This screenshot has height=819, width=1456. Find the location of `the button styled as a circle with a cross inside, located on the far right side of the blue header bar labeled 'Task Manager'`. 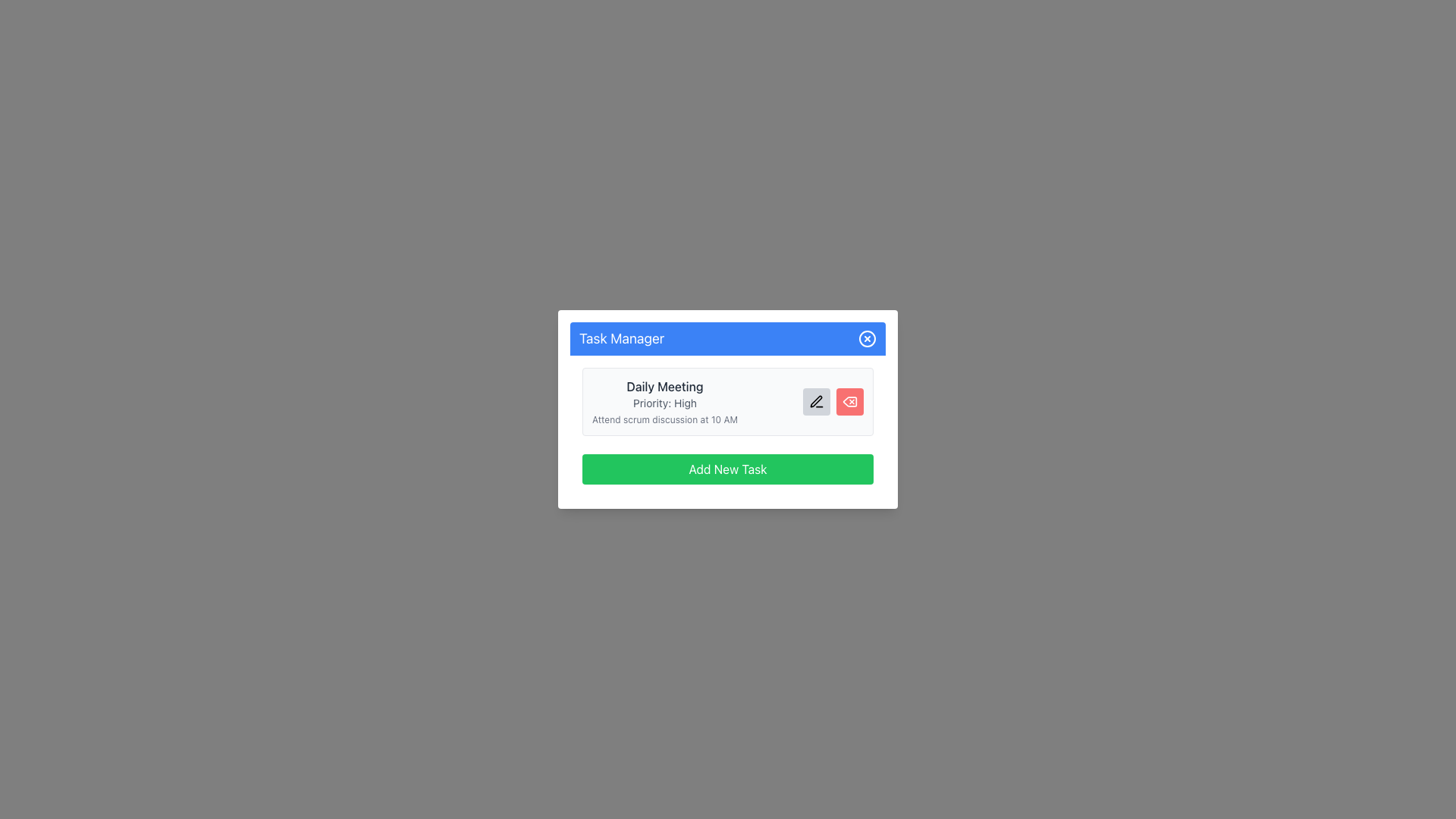

the button styled as a circle with a cross inside, located on the far right side of the blue header bar labeled 'Task Manager' is located at coordinates (867, 338).